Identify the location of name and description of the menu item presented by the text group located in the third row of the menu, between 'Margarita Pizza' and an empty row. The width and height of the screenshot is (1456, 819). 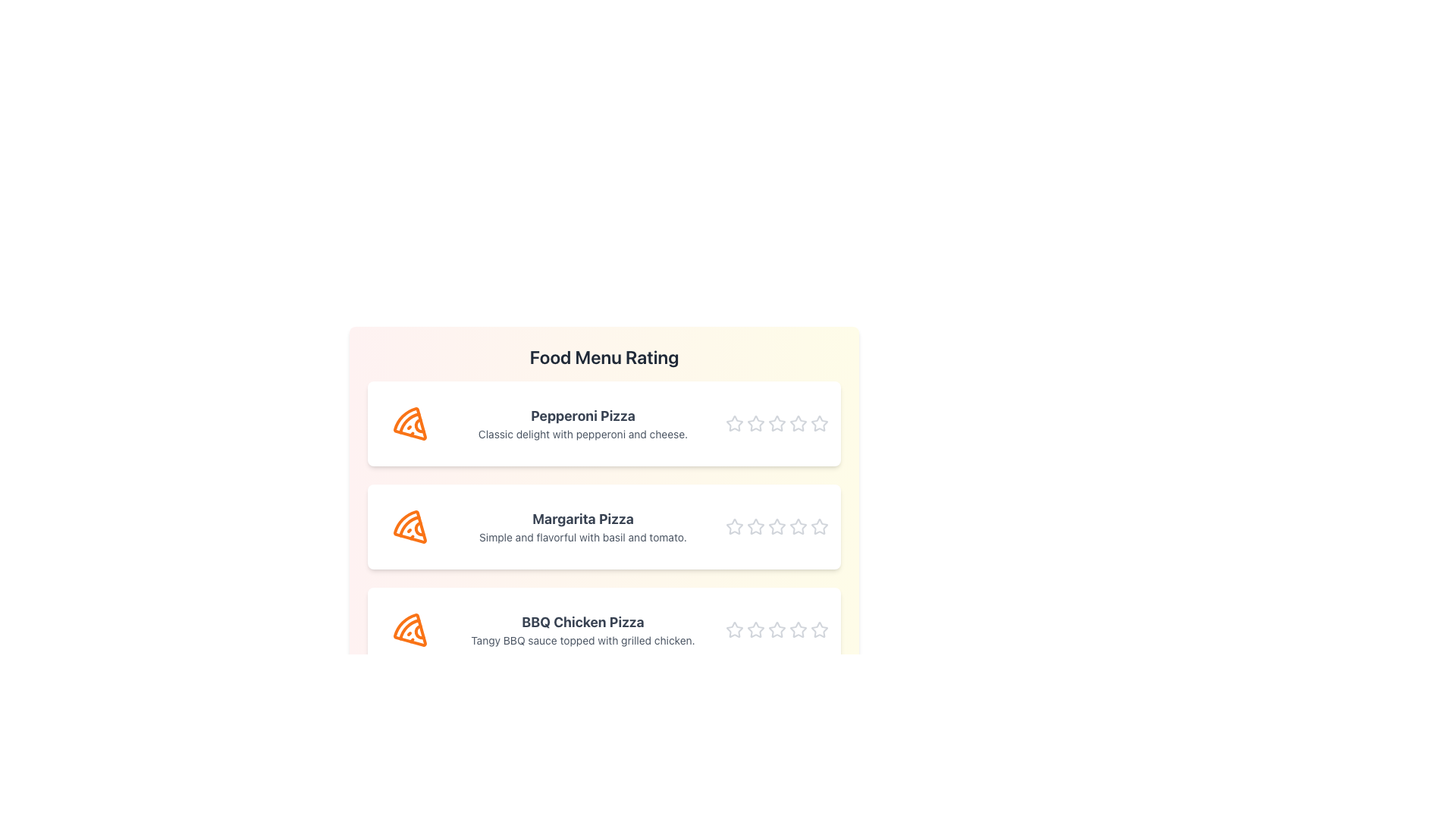
(582, 629).